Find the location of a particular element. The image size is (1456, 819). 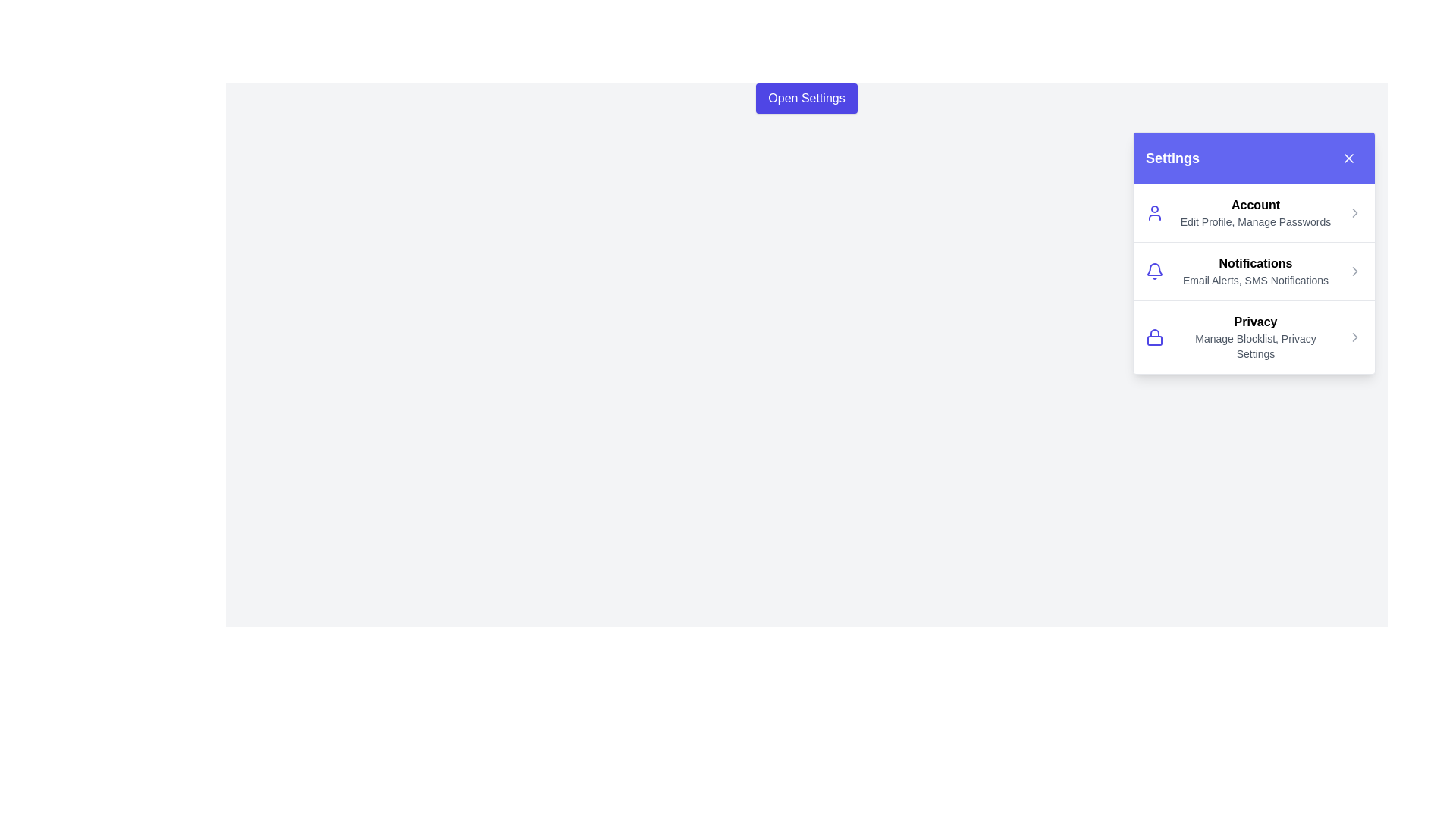

the lock icon component located below the semi-circular arc in the Privacy settings menu, positioned on the right-hand side of the interface is located at coordinates (1153, 339).